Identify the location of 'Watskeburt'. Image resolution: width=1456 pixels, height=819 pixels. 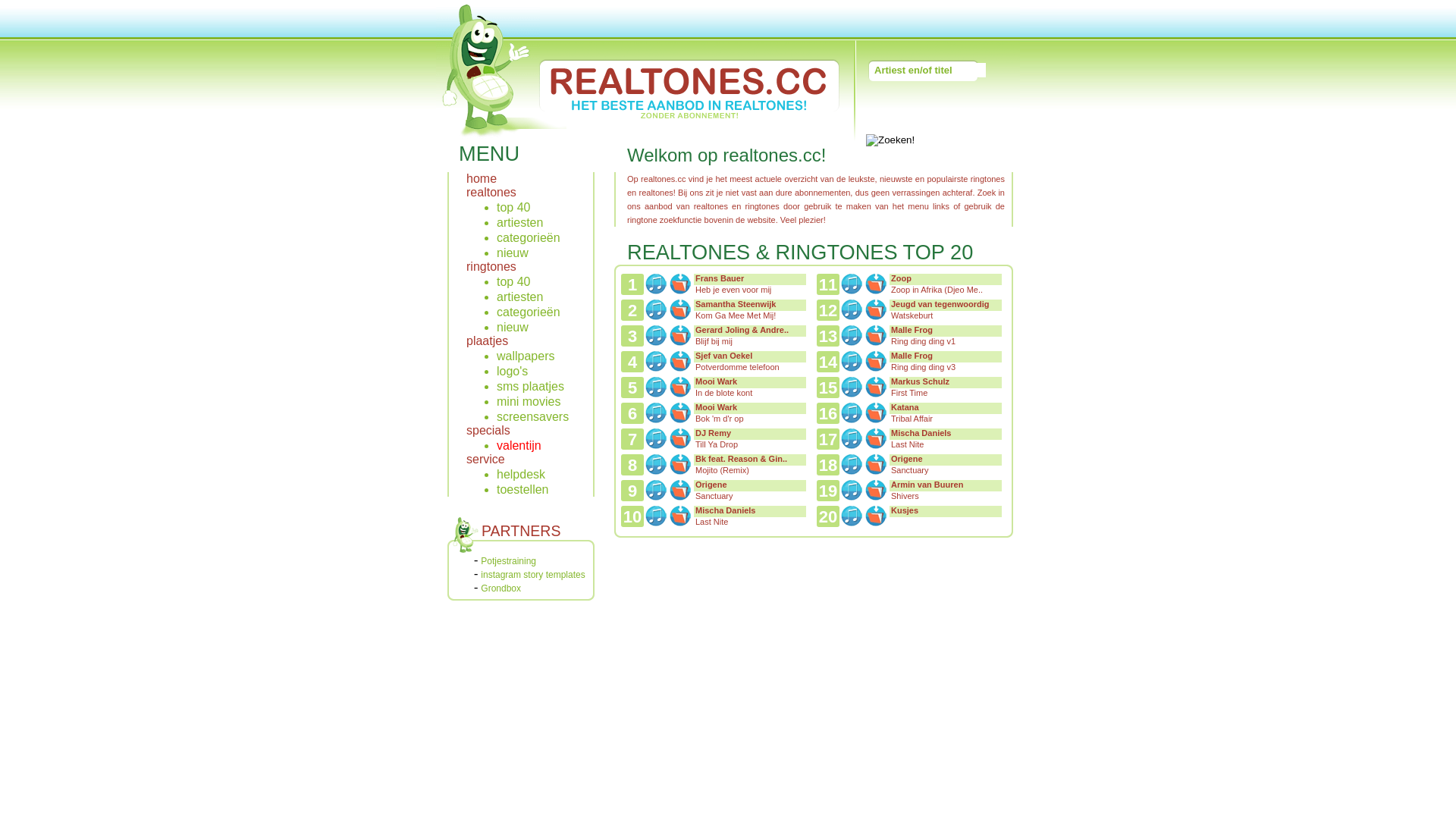
(911, 315).